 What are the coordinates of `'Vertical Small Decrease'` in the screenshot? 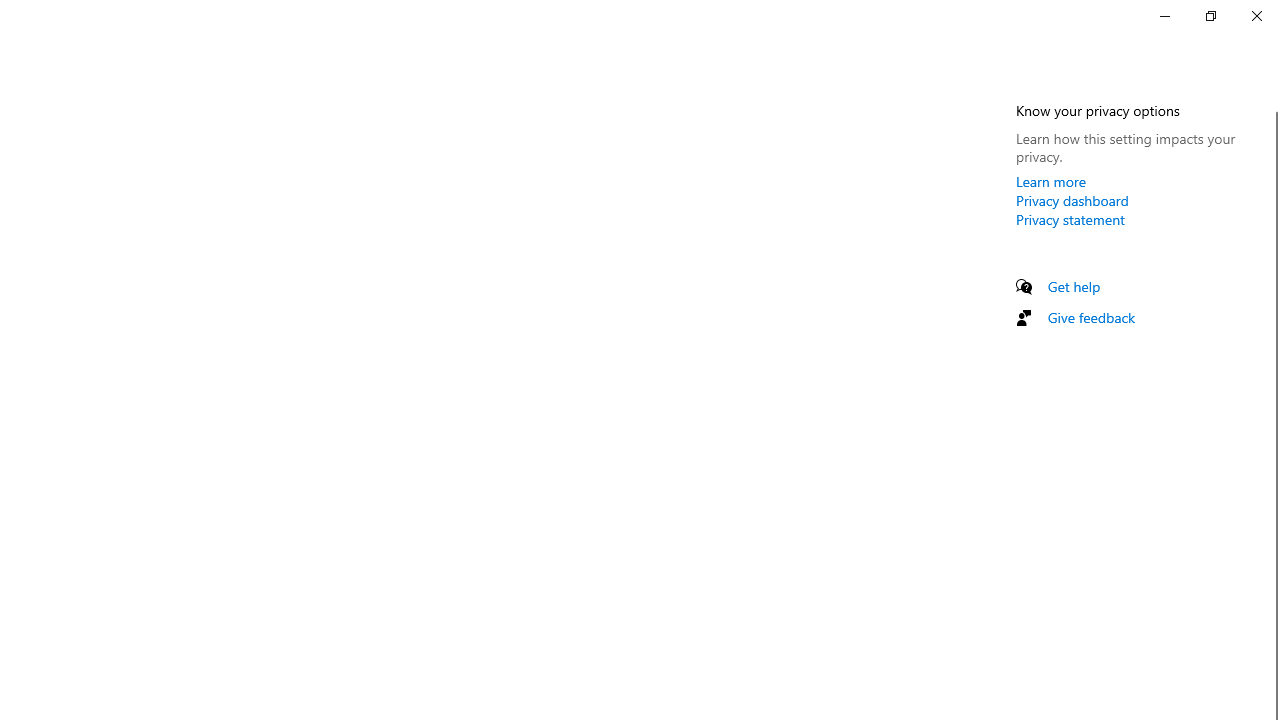 It's located at (1271, 104).